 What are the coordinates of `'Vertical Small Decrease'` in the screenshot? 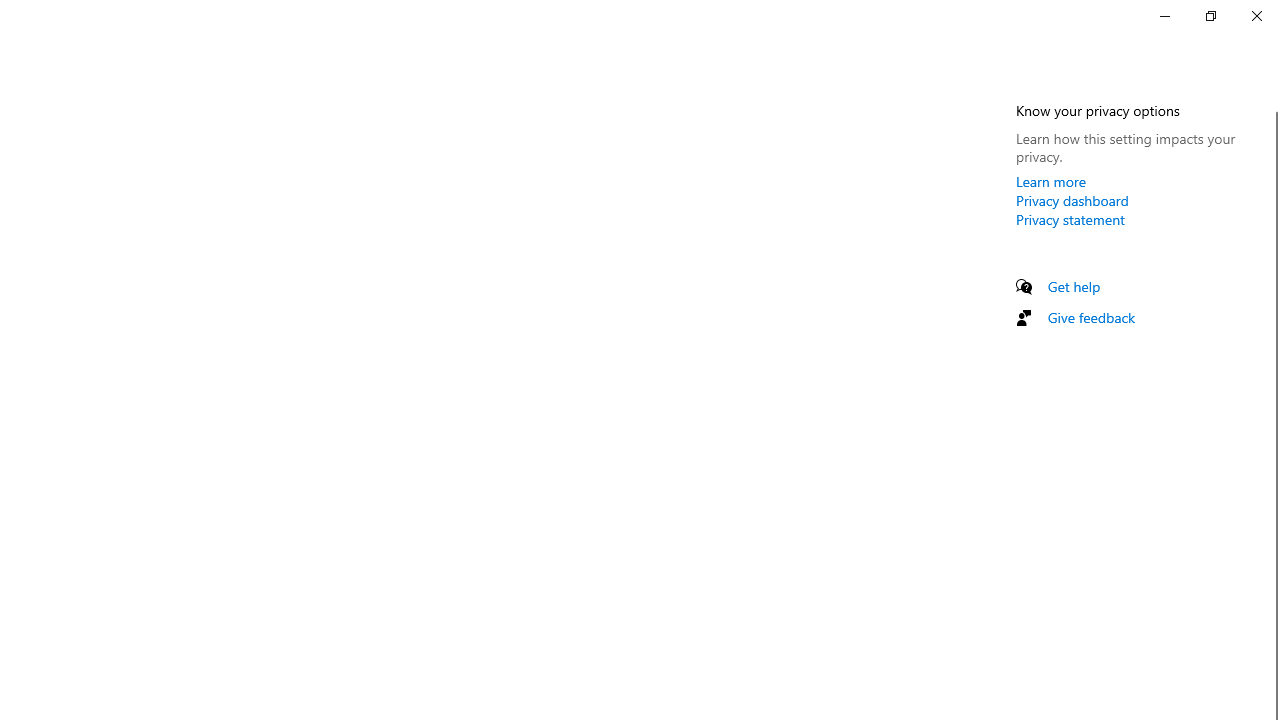 It's located at (1271, 104).